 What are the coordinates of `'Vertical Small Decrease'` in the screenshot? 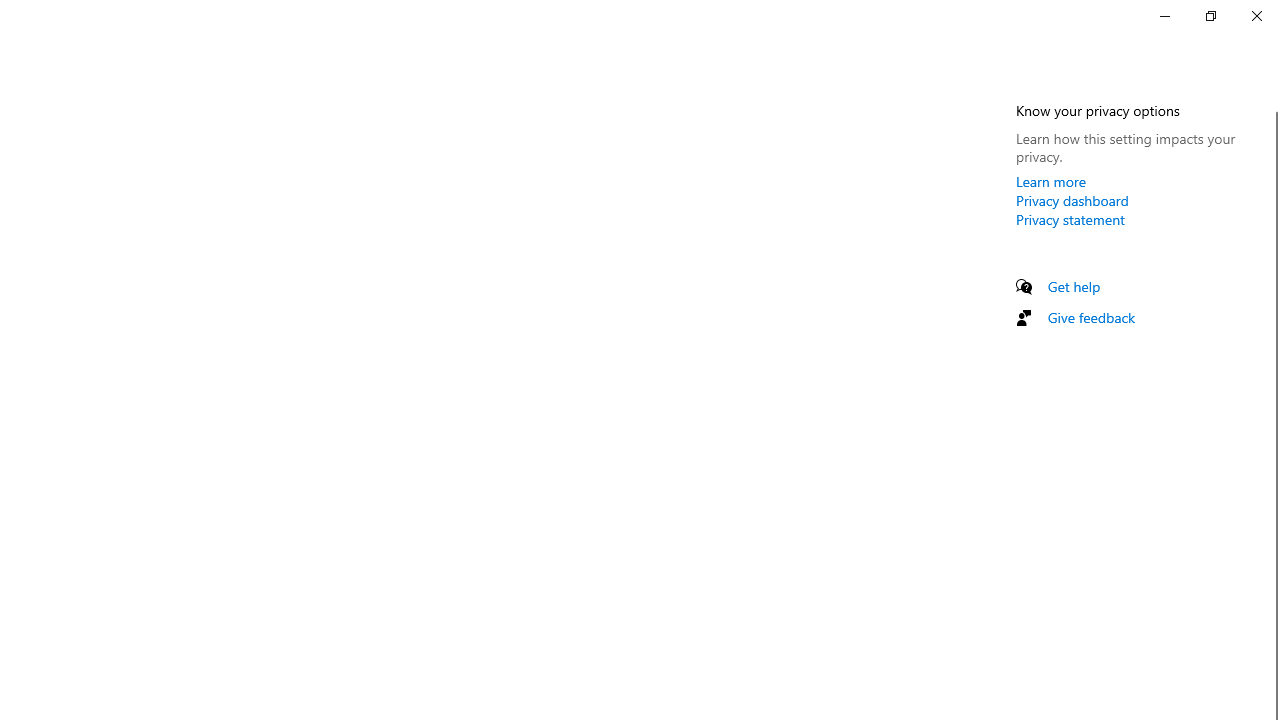 It's located at (1271, 104).